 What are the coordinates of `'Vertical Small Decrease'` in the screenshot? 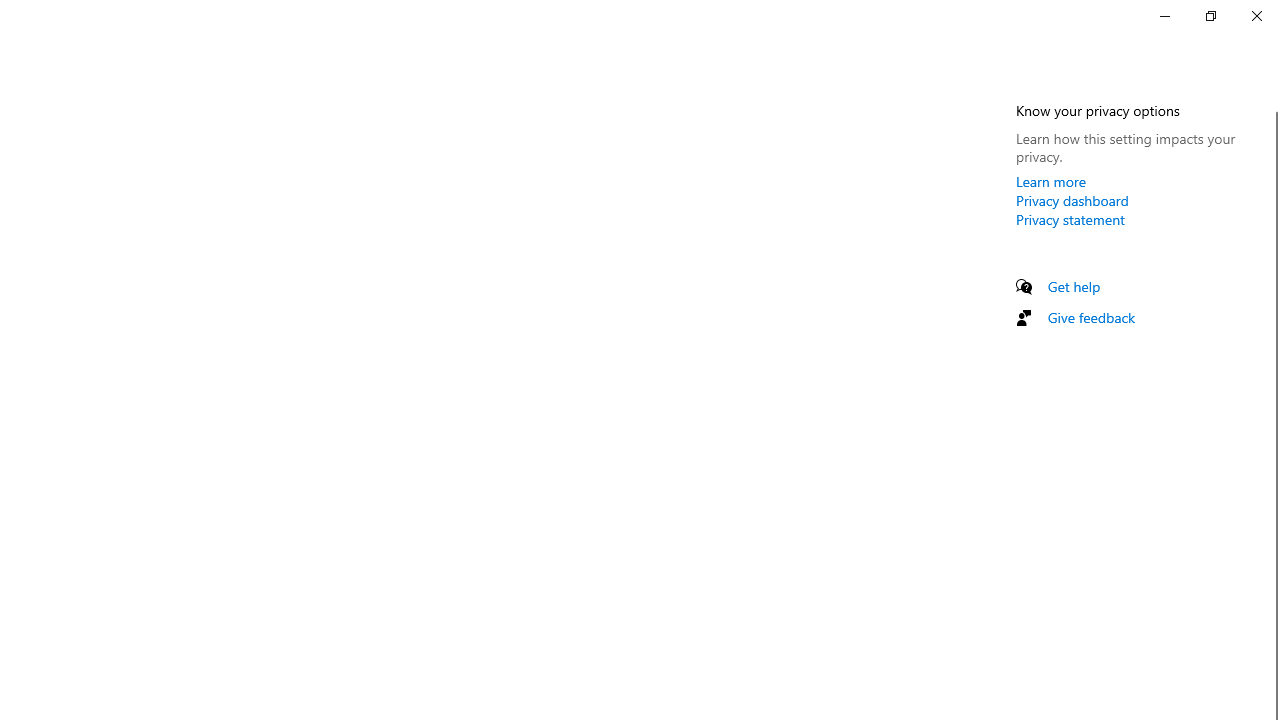 It's located at (1271, 104).